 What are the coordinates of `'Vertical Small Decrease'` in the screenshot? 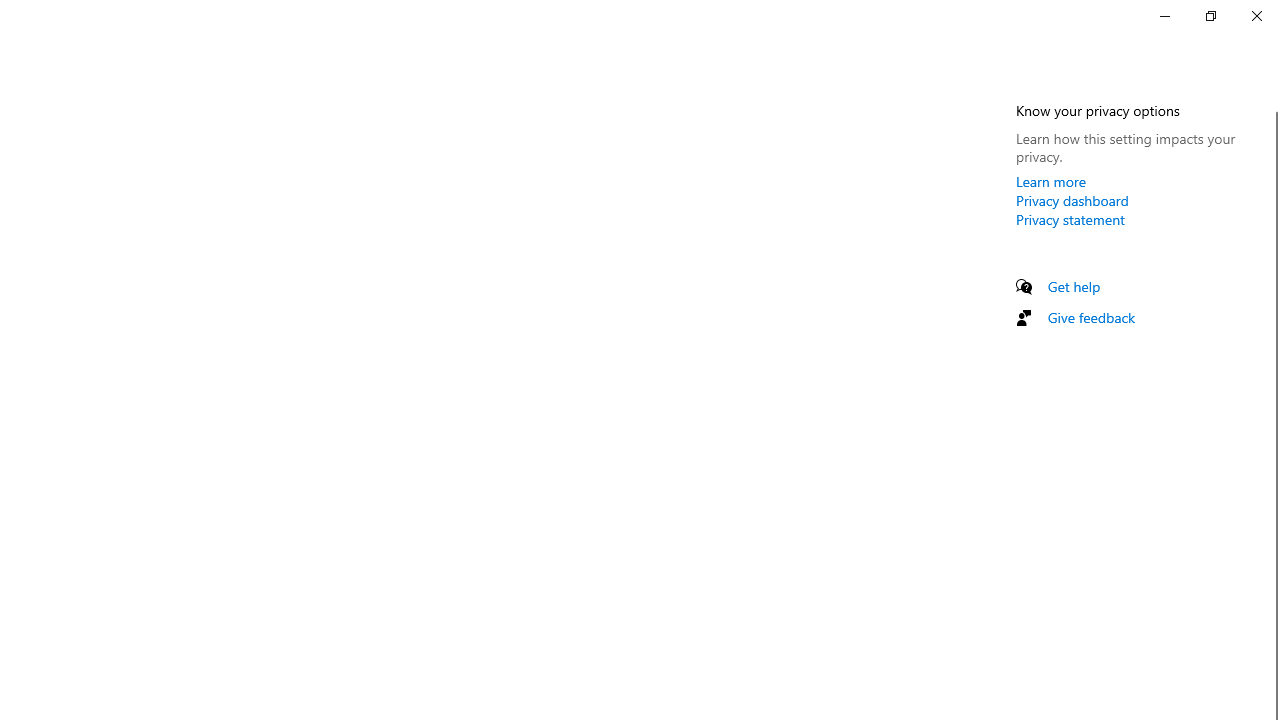 It's located at (1271, 104).